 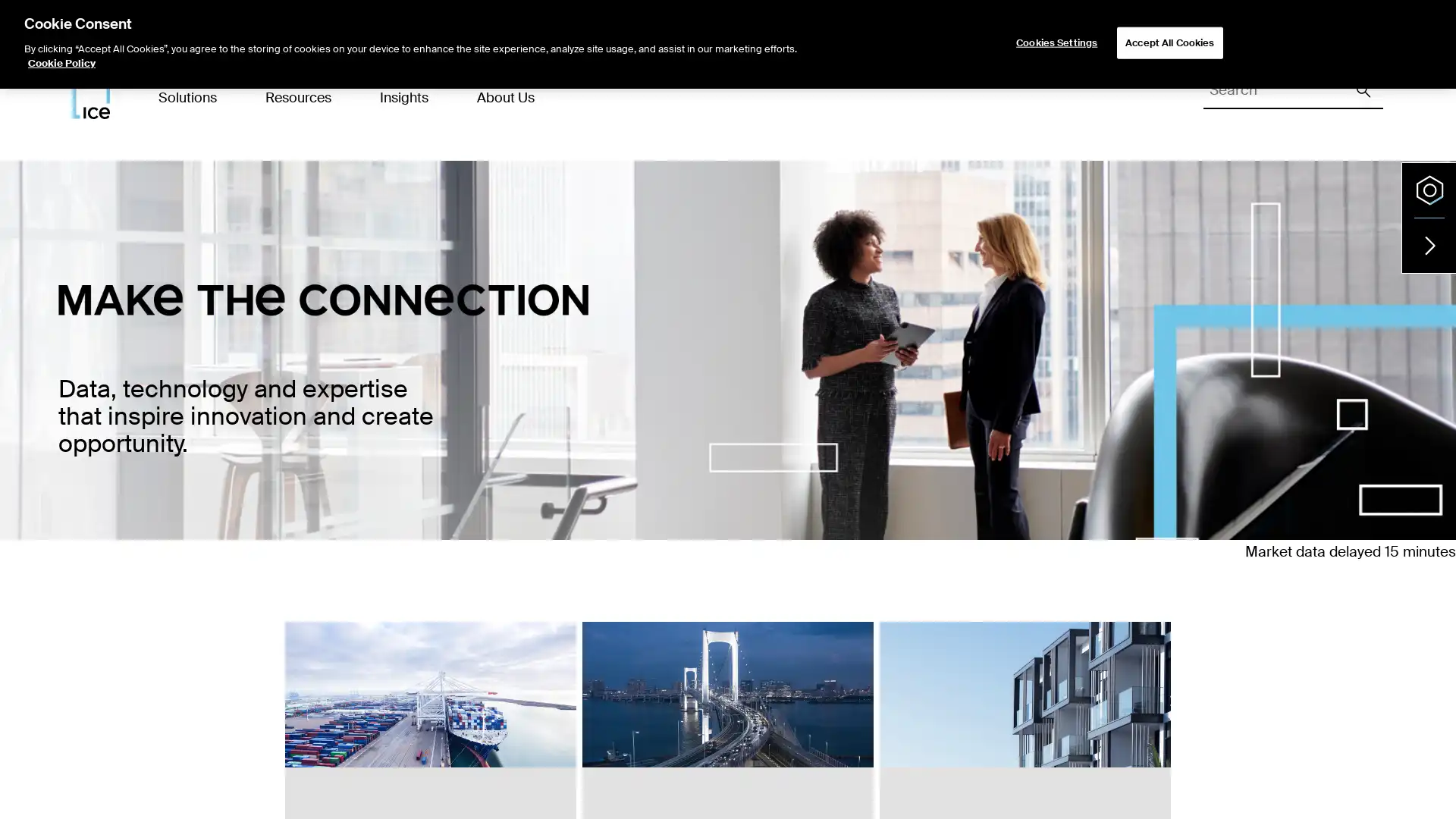 I want to click on Insights, so click(x=403, y=99).